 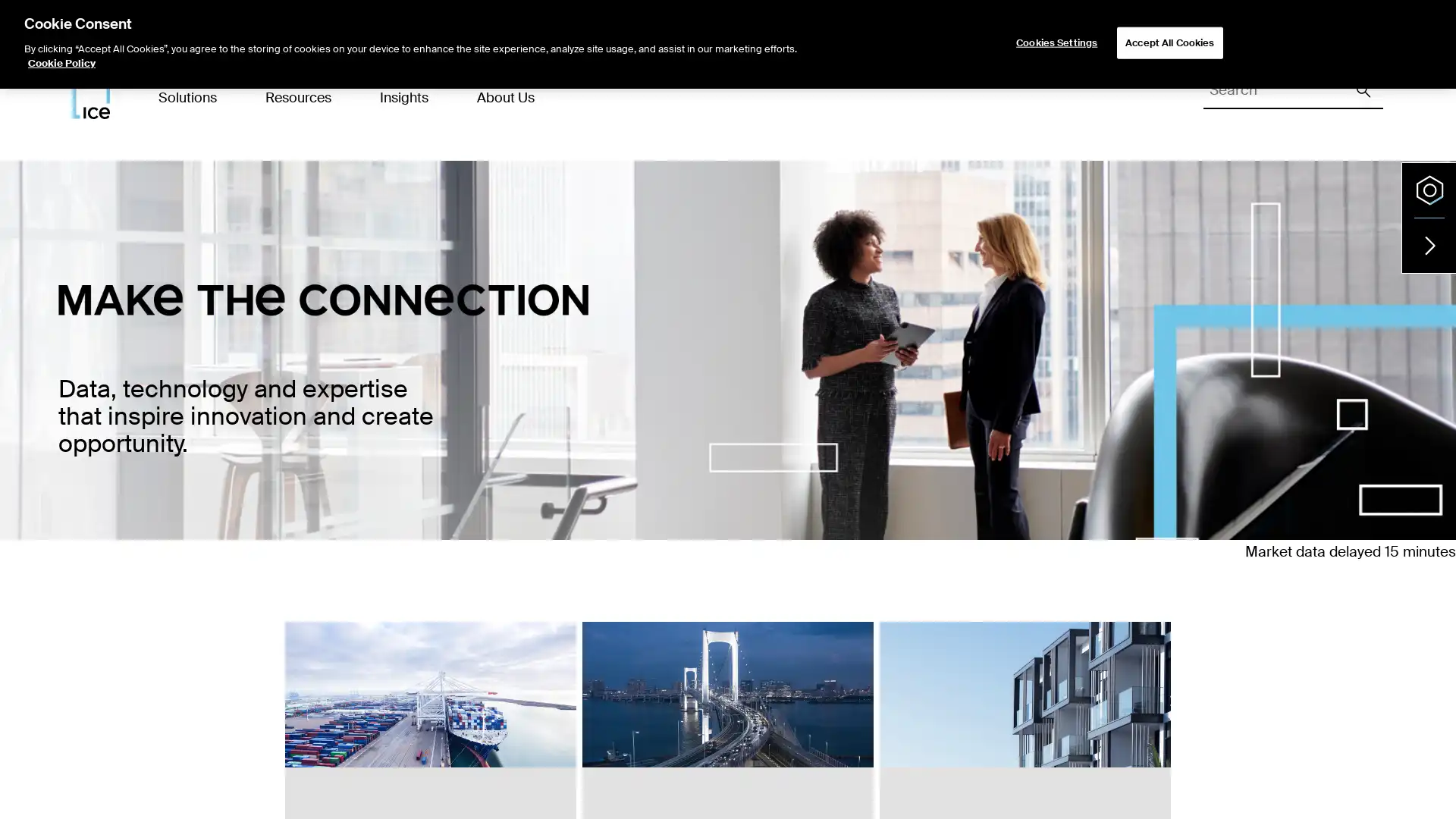 I want to click on Insights, so click(x=403, y=99).